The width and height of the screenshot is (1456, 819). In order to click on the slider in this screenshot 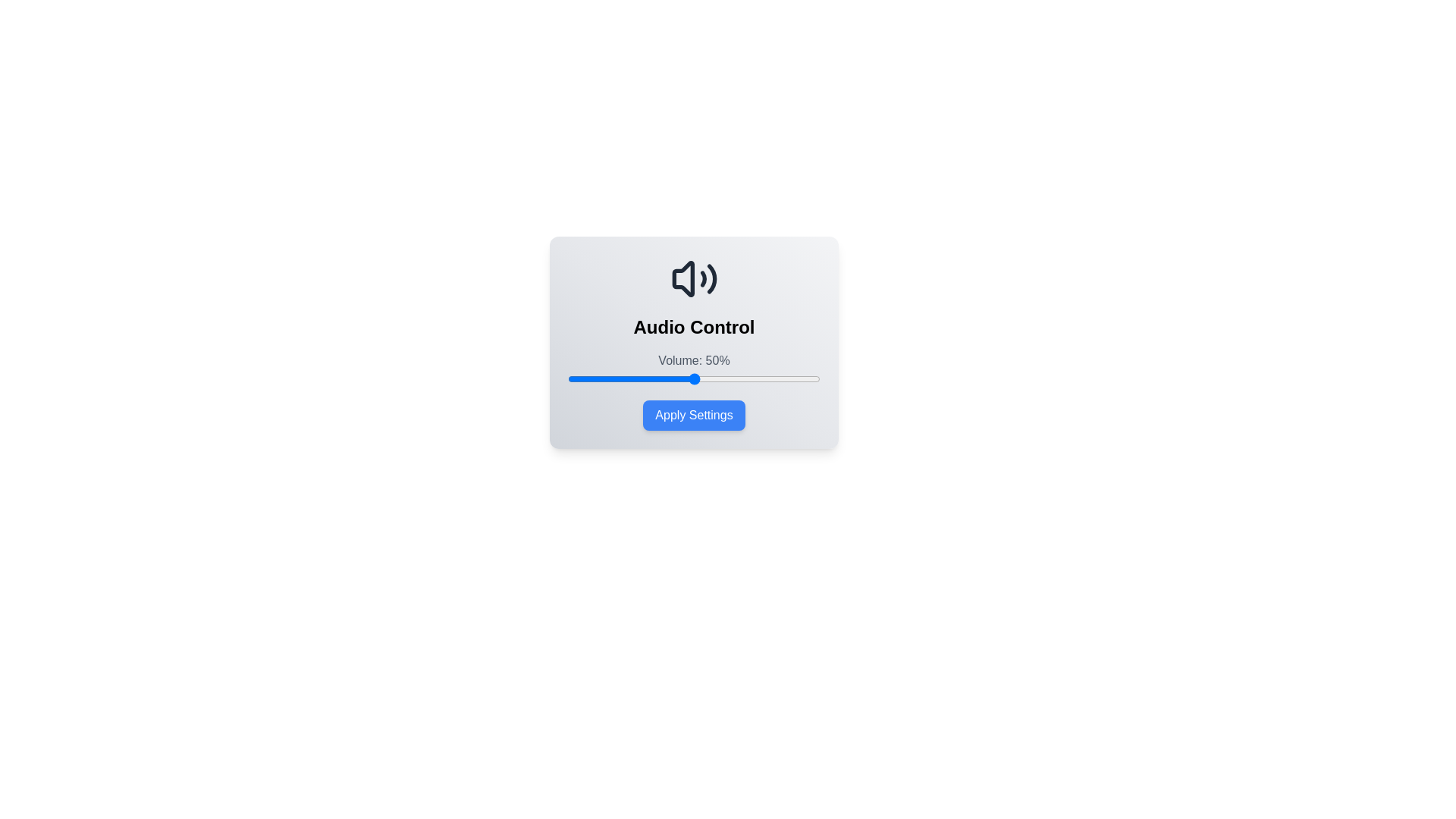, I will do `click(680, 378)`.